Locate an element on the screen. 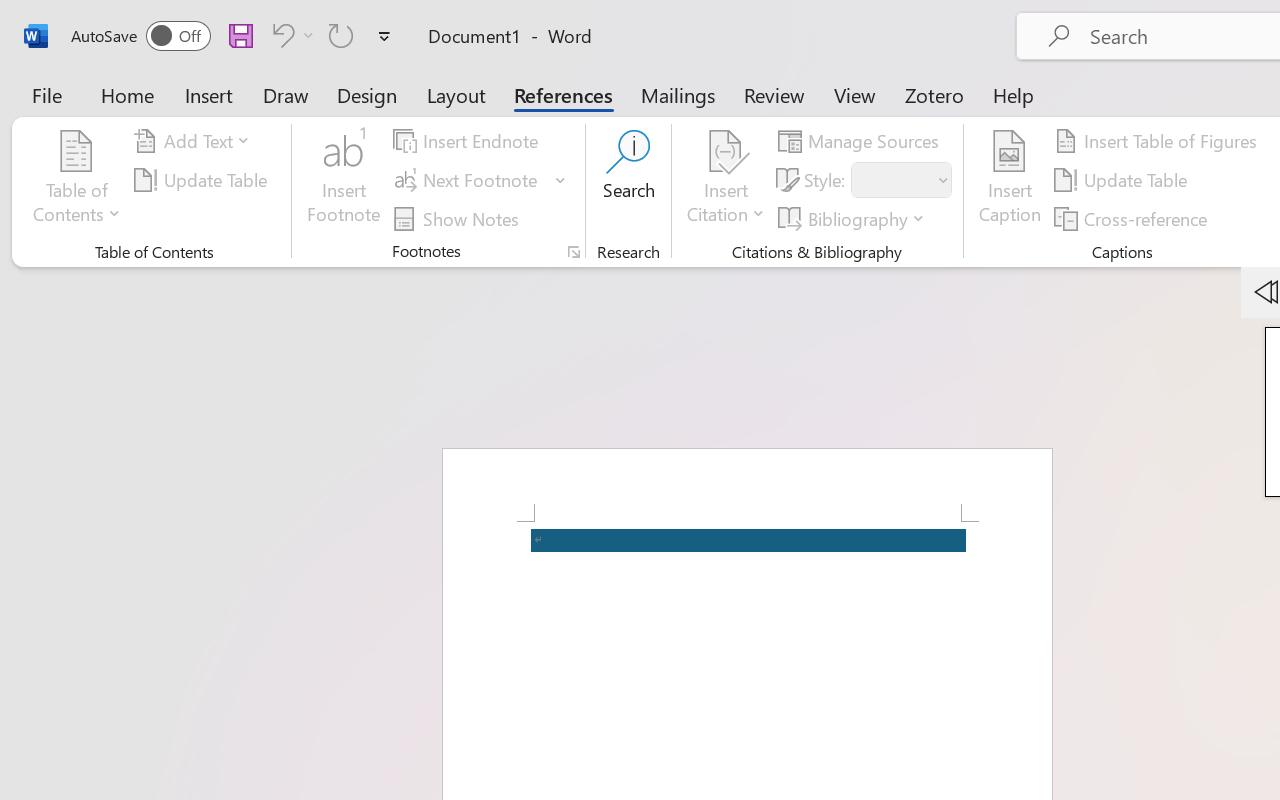 This screenshot has height=800, width=1280. 'Next Footnote' is located at coordinates (480, 179).